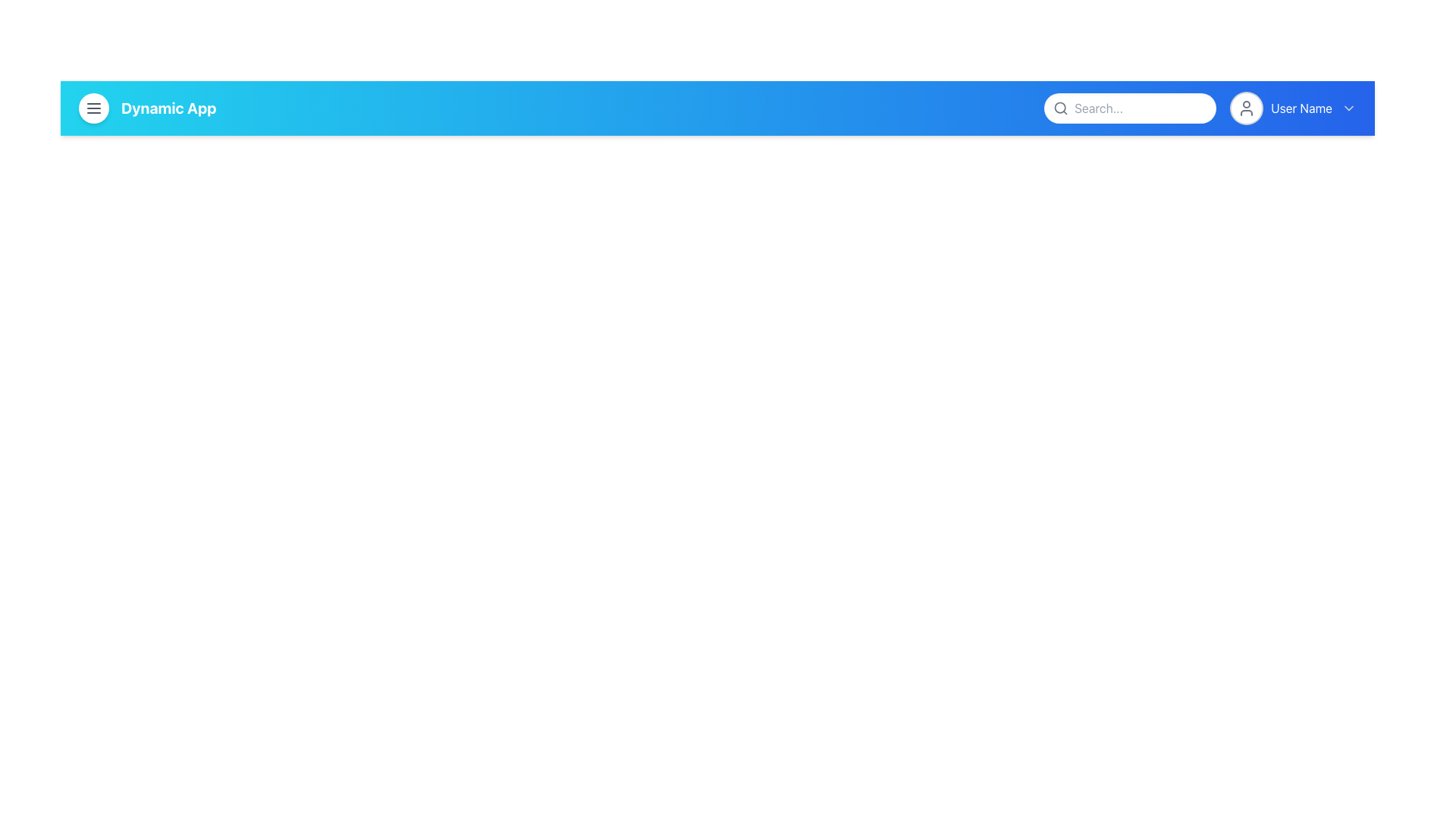 The height and width of the screenshot is (819, 1456). What do you see at coordinates (1349, 107) in the screenshot?
I see `the chevron icon located to the right of 'User Name' in the top-right navigation bar to potentially display a tooltip` at bounding box center [1349, 107].